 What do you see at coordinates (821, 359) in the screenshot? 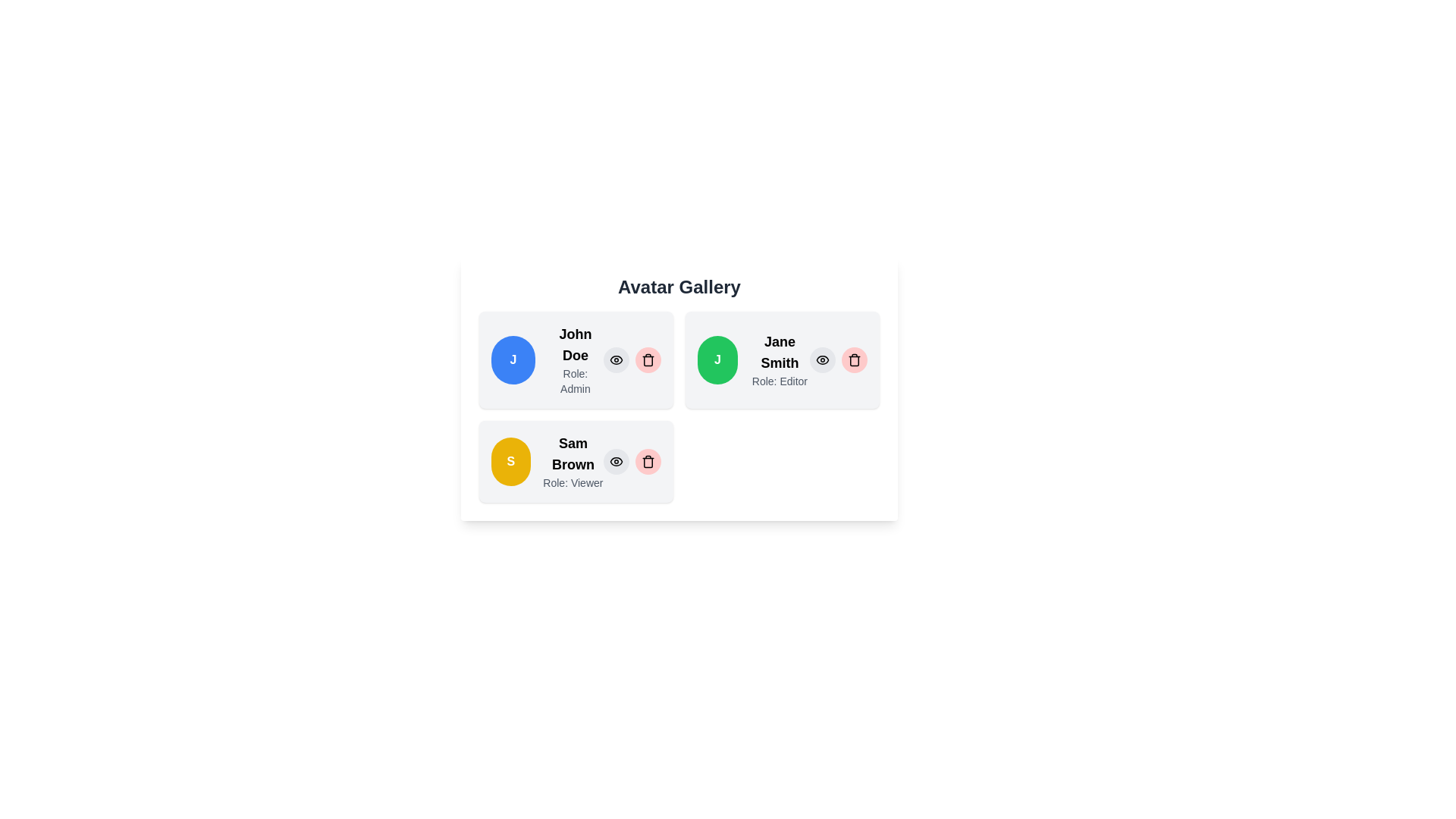
I see `the eye-shaped icon with an outline style on a circular gray background, located below 'John Doe' in the top-left card of the grid layout to possibly reveal a tooltip` at bounding box center [821, 359].